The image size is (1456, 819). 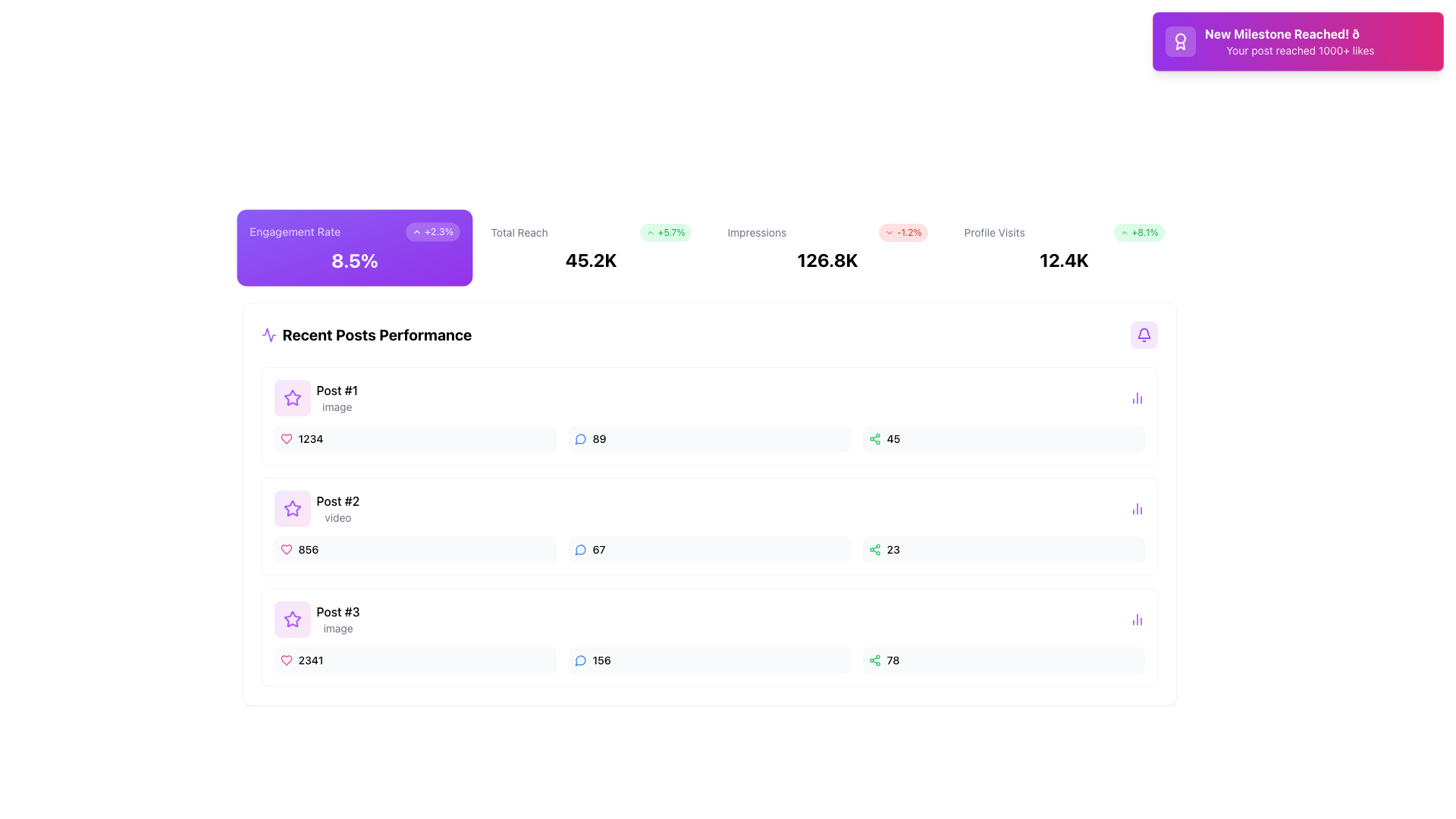 I want to click on the engagement rate component labeled 'Engagement Rate' with the value '+2.3%' located in the top left segment of the interface within a purple gradient card, so click(x=353, y=231).